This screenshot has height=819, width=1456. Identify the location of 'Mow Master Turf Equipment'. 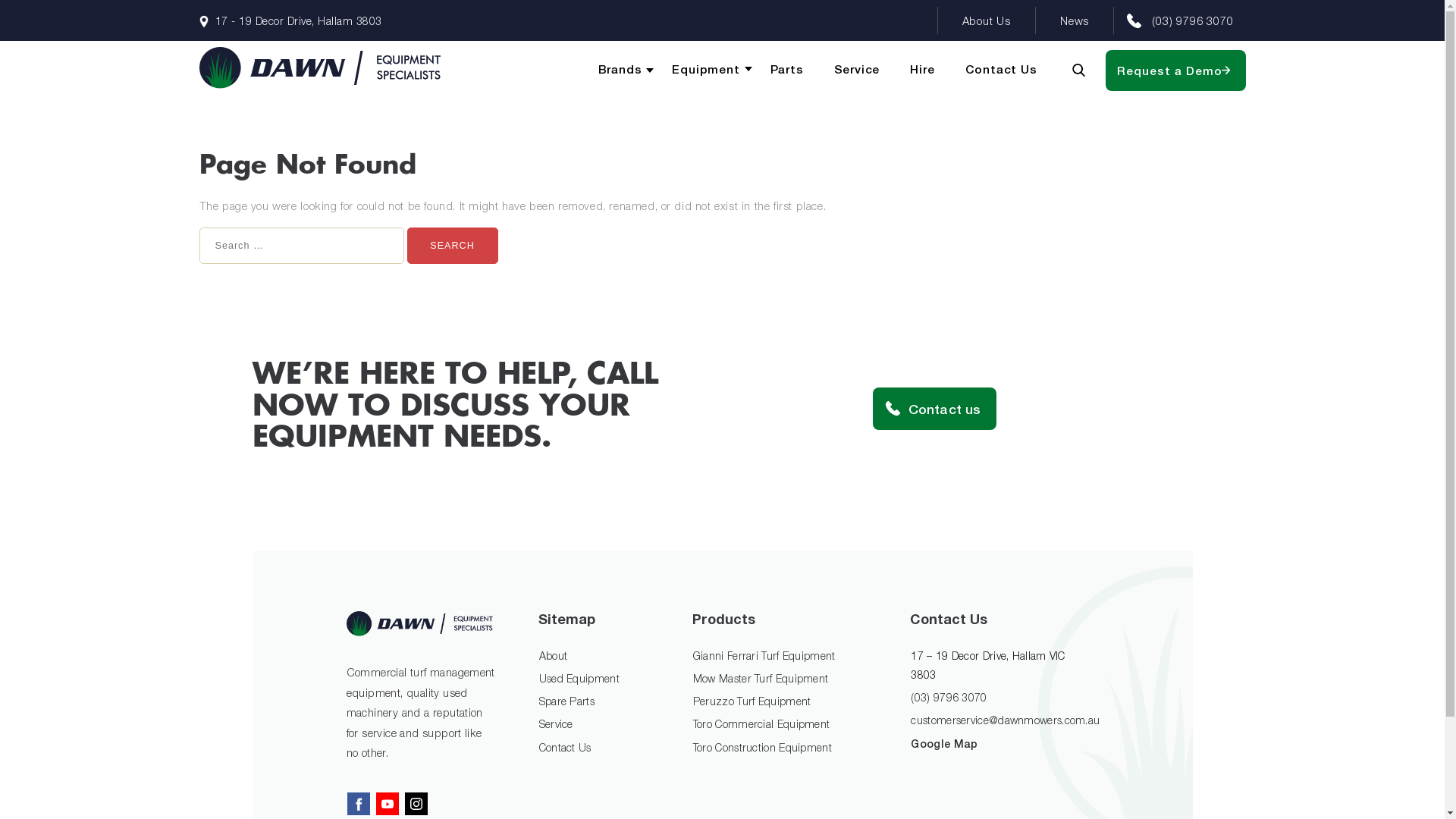
(761, 677).